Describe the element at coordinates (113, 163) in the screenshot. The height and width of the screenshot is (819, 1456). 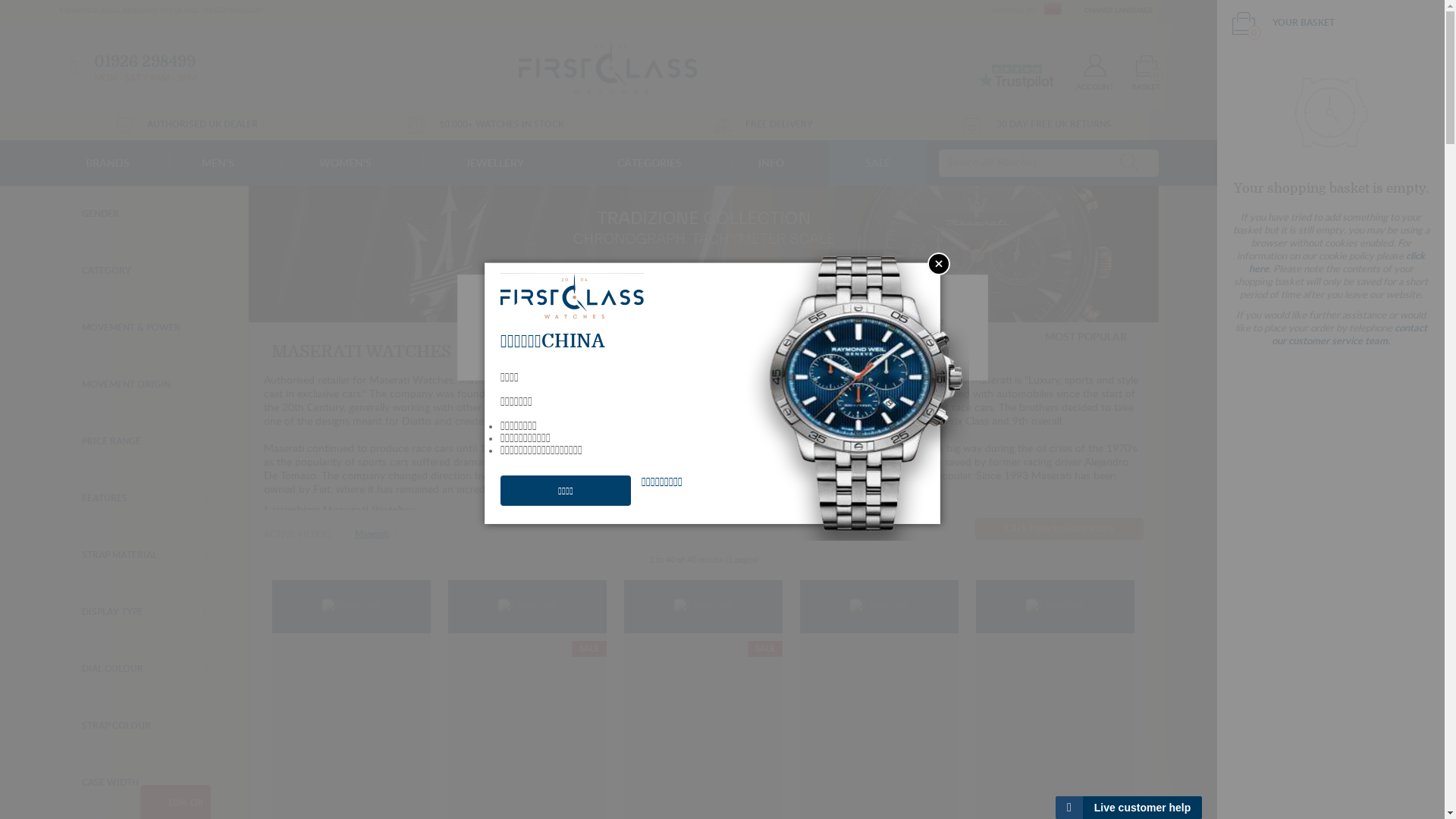
I see `'BRANDS'` at that location.